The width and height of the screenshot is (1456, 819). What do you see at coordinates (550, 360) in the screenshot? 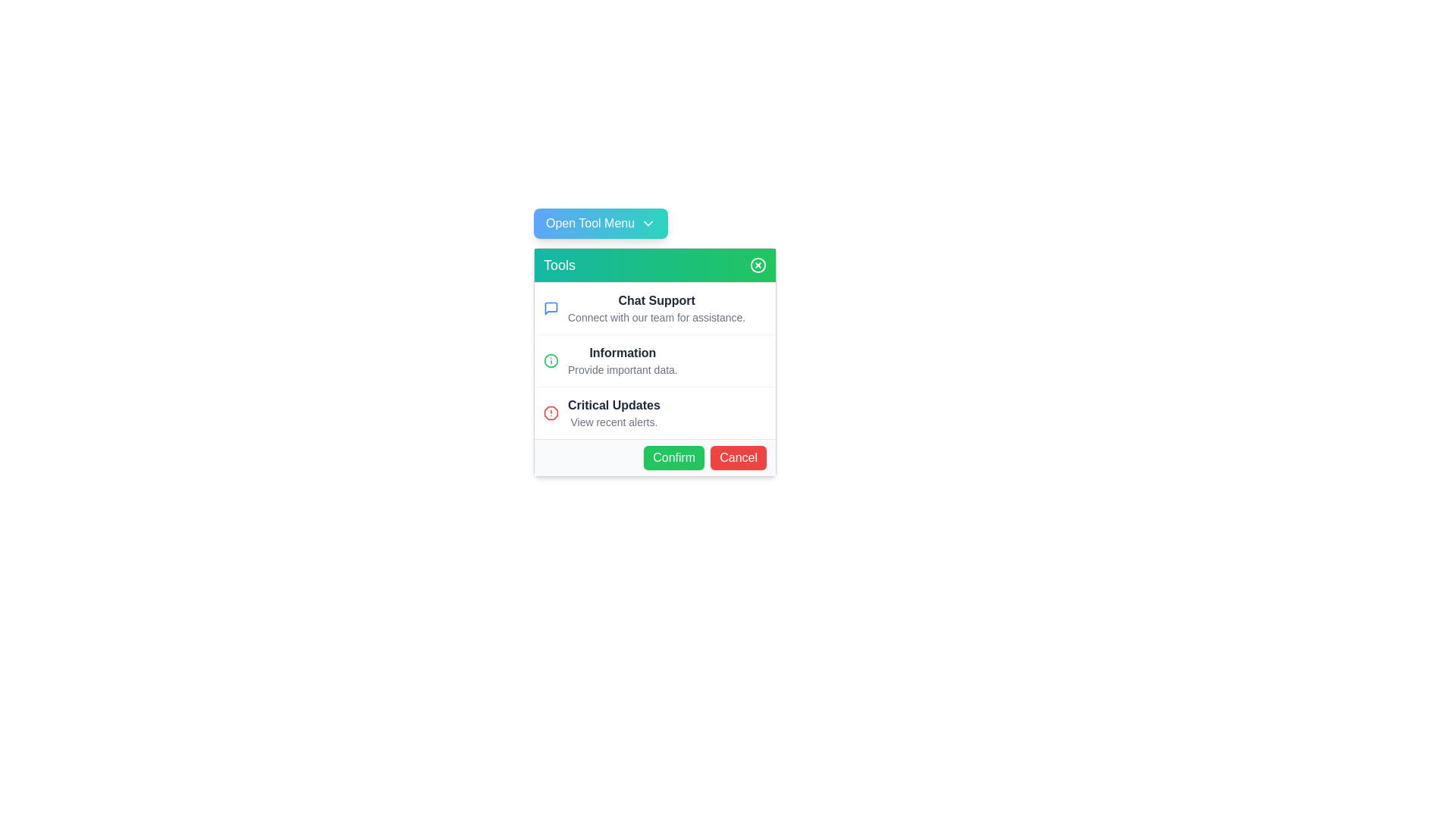
I see `the circular green outlined icon with an information mark located at the leftmost side of the list item labeled 'InformationProvide important data.' in the 'Tools' section of the menu` at bounding box center [550, 360].